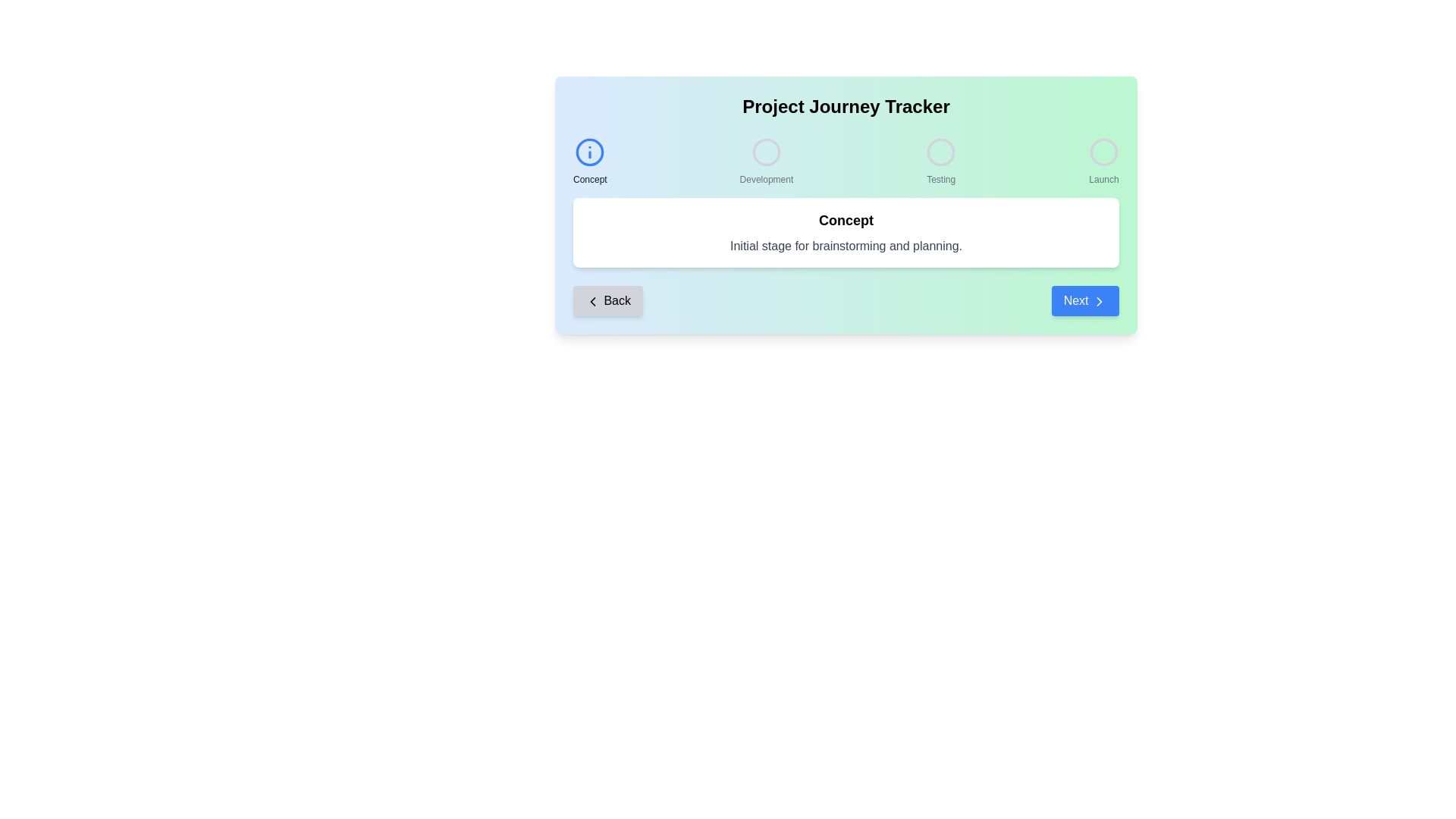 This screenshot has width=1456, height=819. I want to click on the circular SVG graphic element that represents the information icon located in the upper left section of the 'Concept' card, so click(589, 152).